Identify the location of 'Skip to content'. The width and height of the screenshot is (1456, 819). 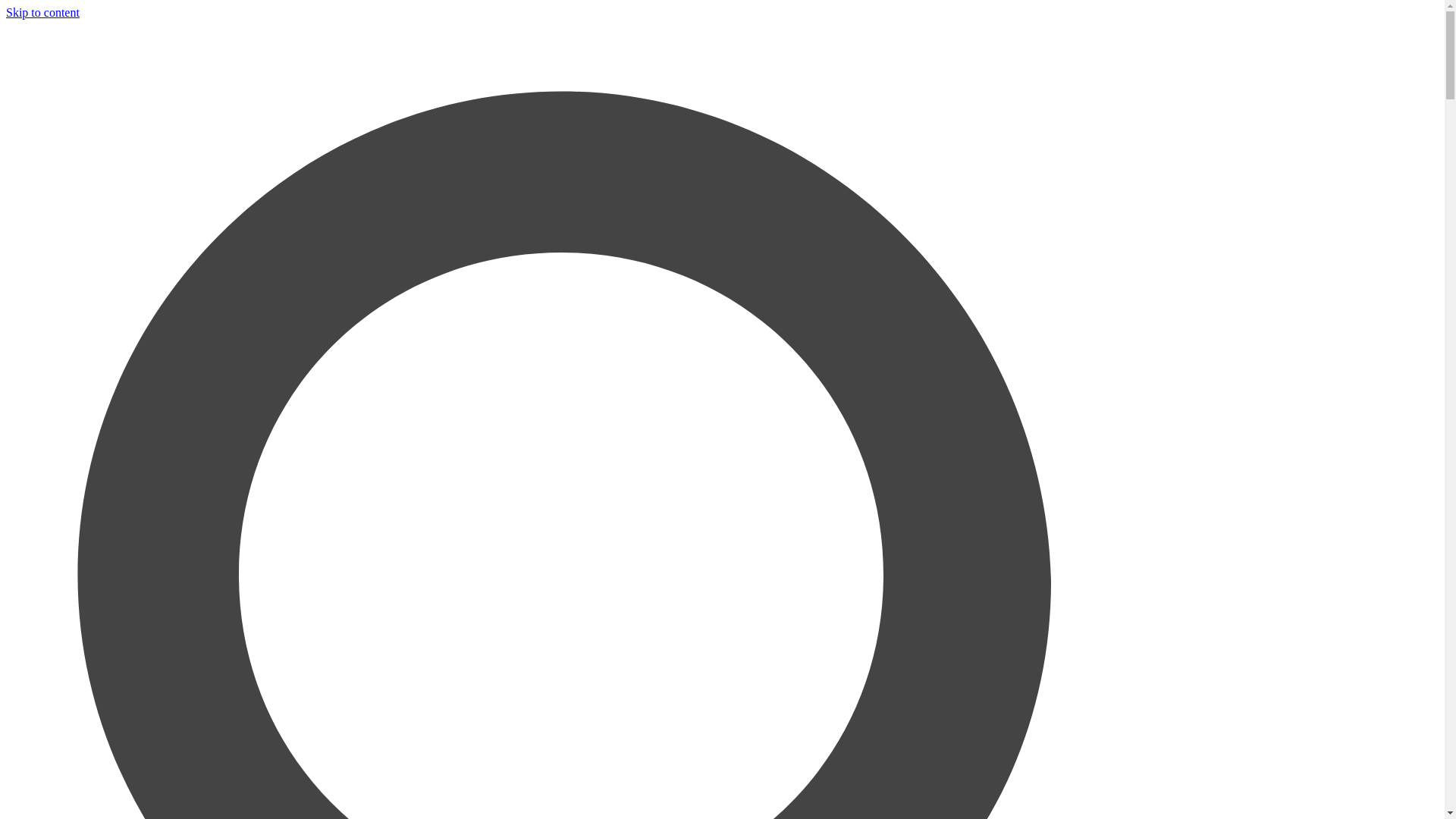
(6, 12).